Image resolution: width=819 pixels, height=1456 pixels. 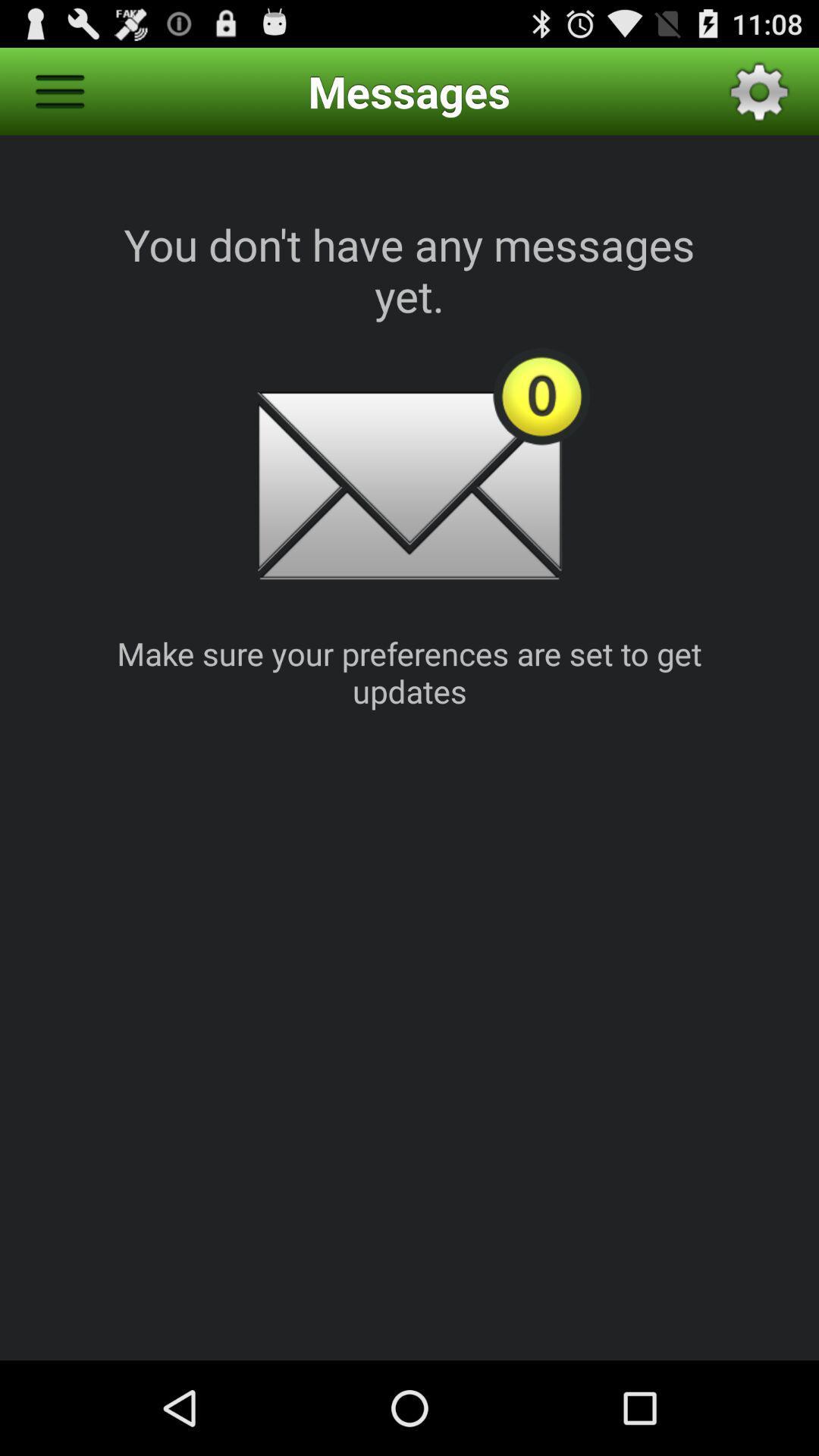 I want to click on the icon to the right of the messages icon, so click(x=759, y=90).